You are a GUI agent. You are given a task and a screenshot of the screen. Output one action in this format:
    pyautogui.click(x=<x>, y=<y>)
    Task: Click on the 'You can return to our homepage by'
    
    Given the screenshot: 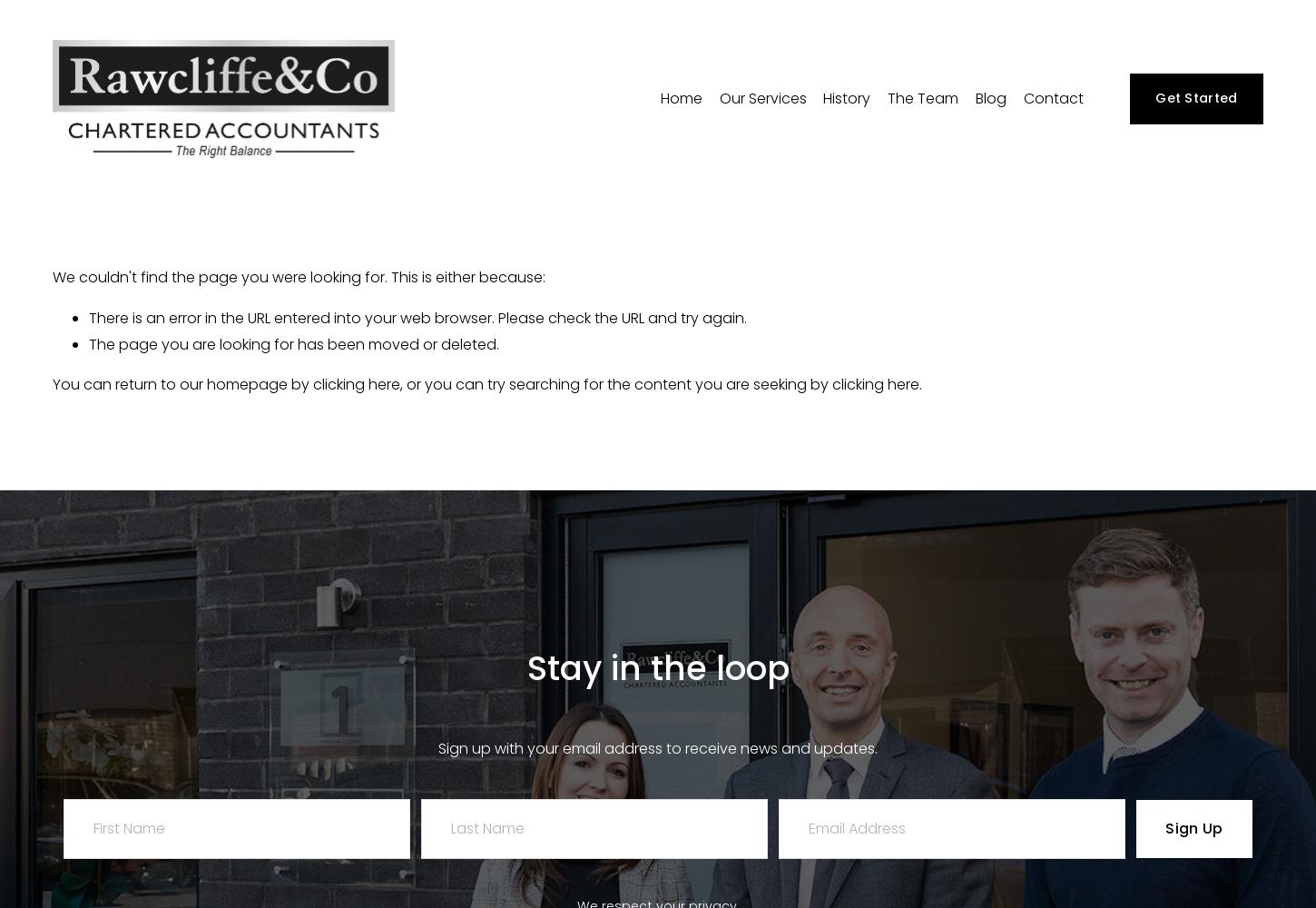 What is the action you would take?
    pyautogui.click(x=182, y=384)
    